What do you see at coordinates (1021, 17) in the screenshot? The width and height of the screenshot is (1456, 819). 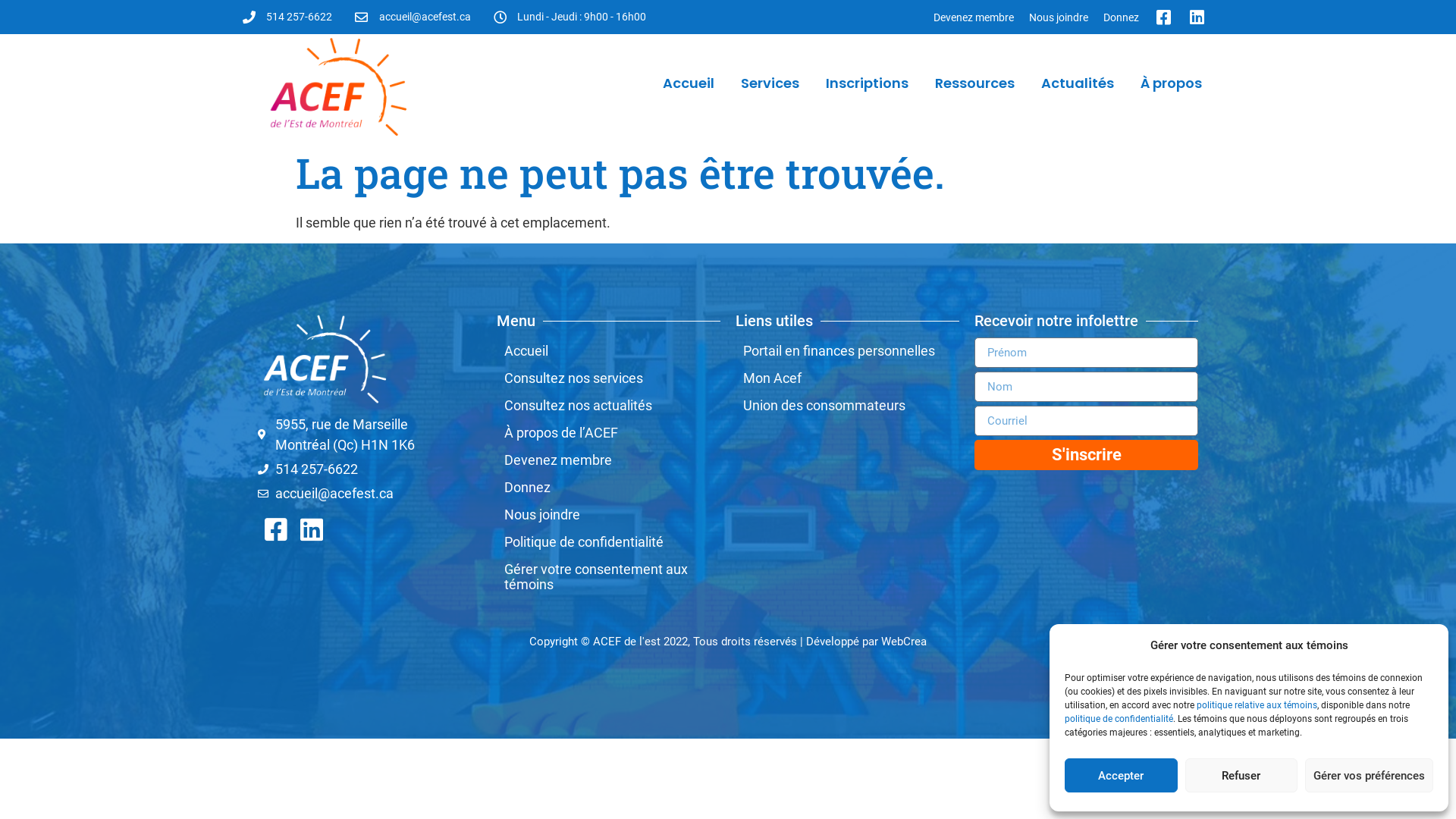 I see `'Nous joindre'` at bounding box center [1021, 17].